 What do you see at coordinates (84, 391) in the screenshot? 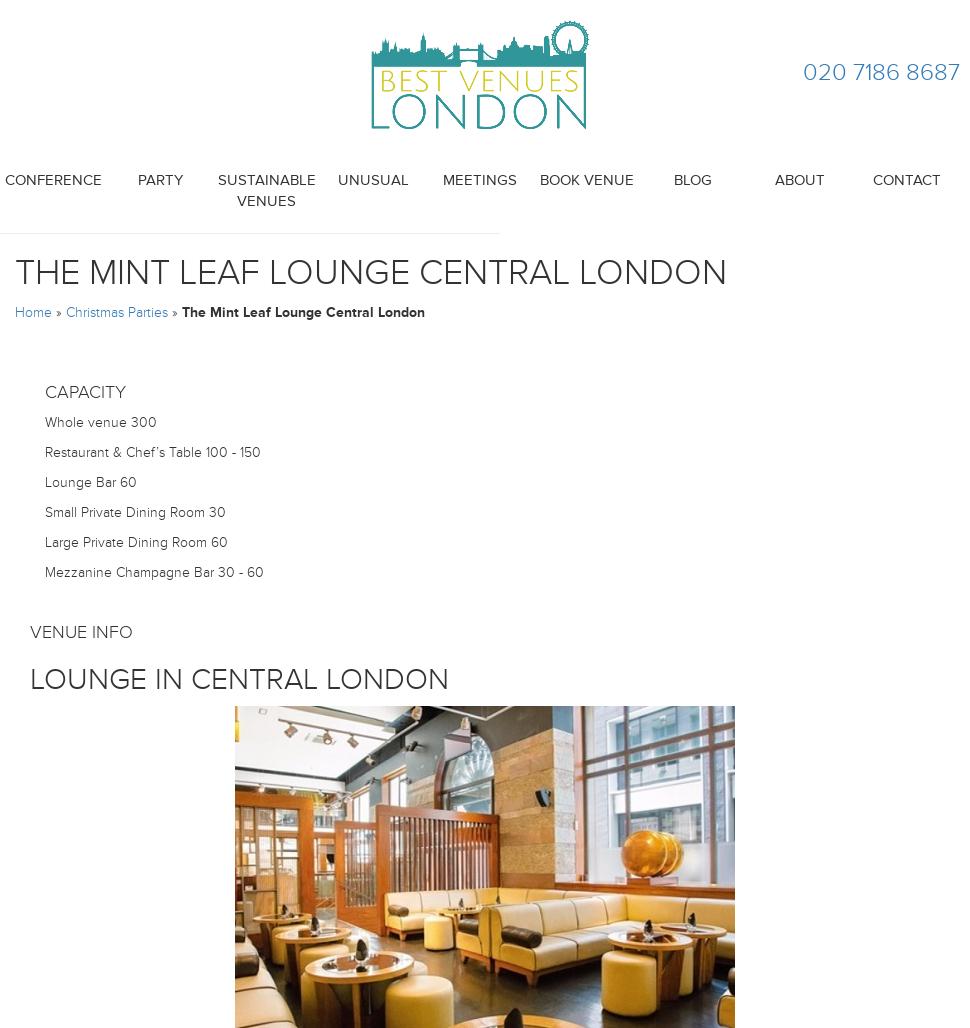
I see `'Capacity'` at bounding box center [84, 391].